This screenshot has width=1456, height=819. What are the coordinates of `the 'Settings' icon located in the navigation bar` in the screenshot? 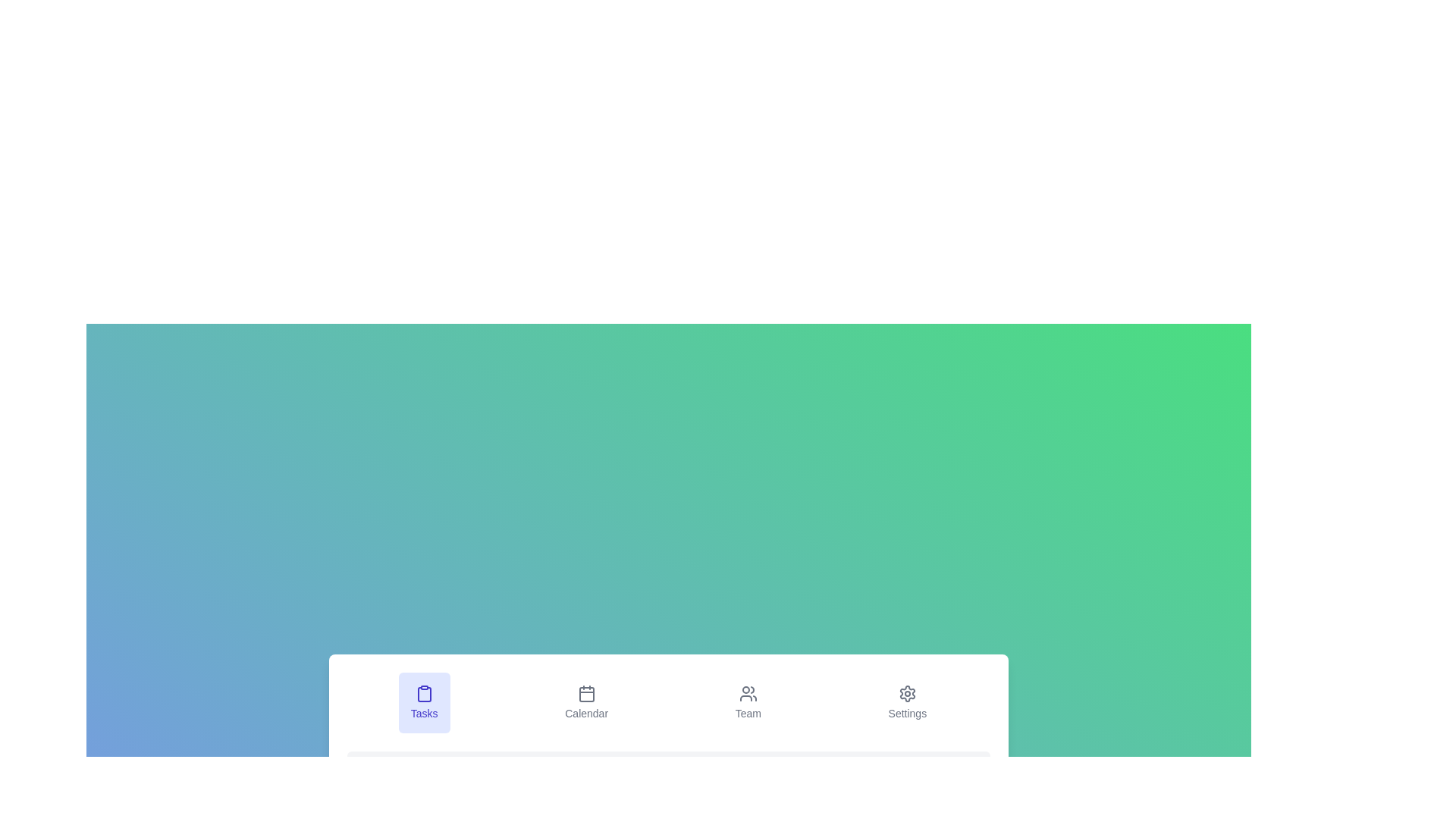 It's located at (907, 693).